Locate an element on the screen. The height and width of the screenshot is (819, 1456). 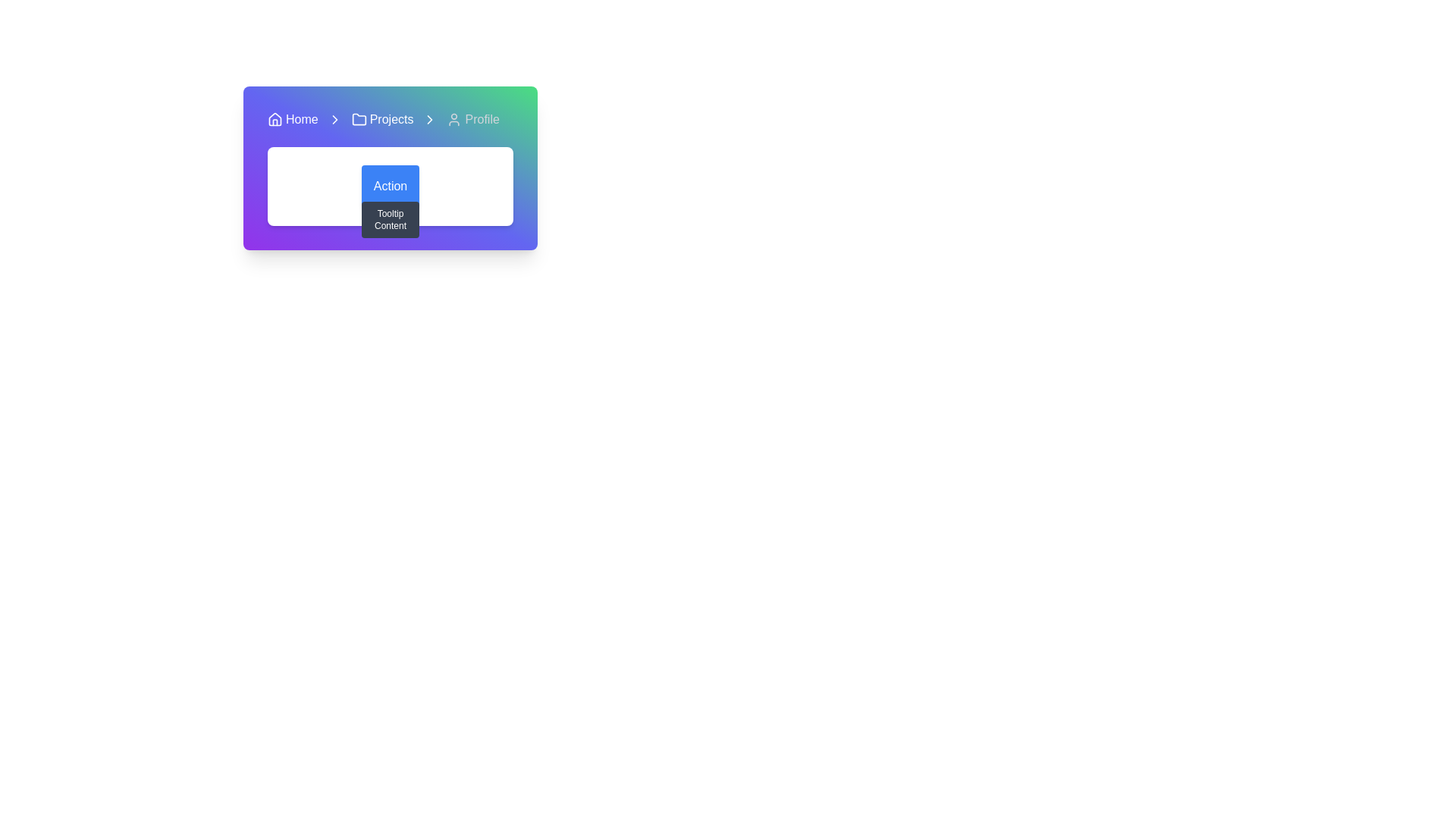
the chevron arrow icon located to the right of the 'Projects' text in the breadcrumb navigation bar is located at coordinates (429, 119).